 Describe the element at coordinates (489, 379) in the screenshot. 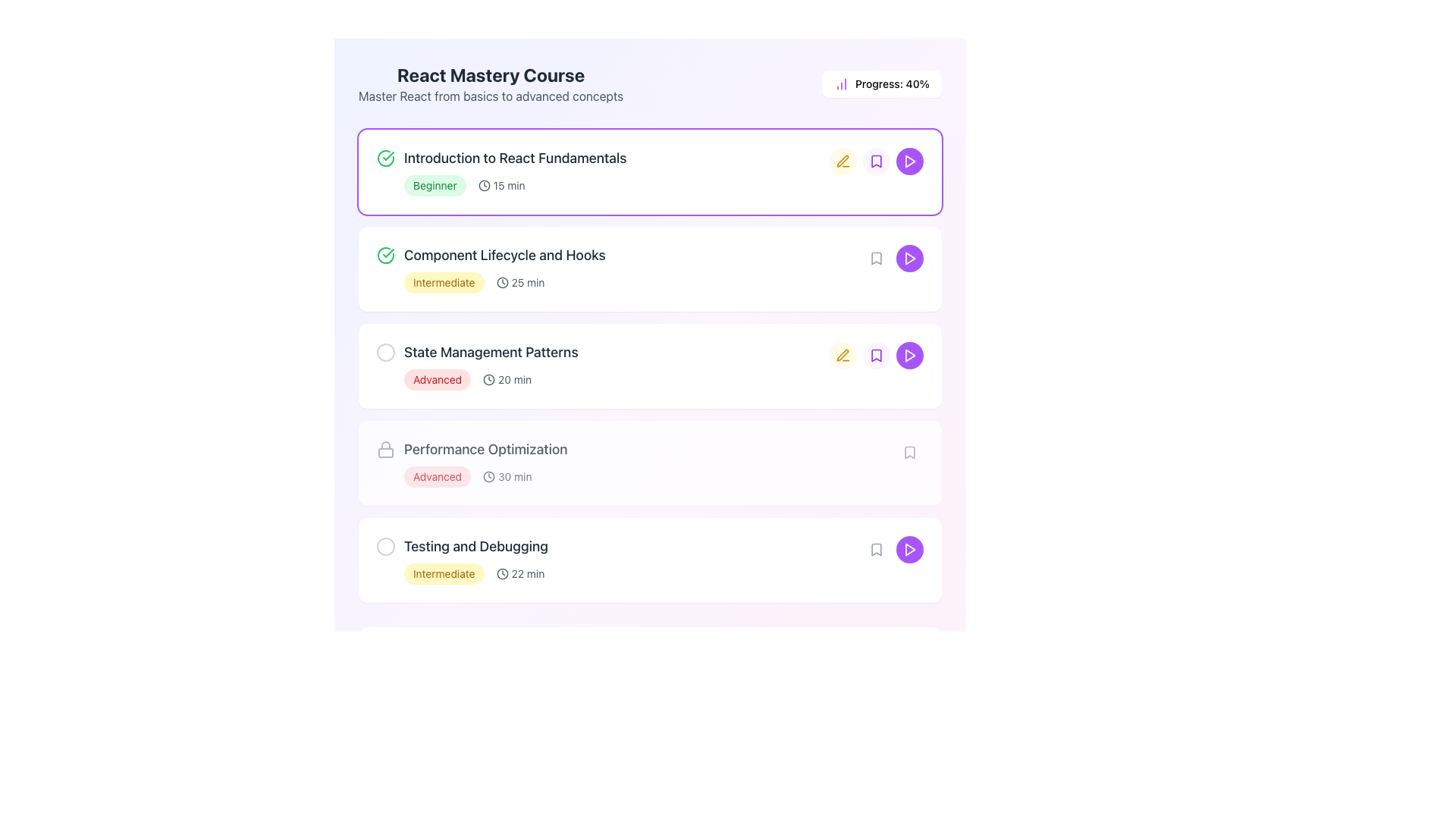

I see `the clock icon located to the left of the '20 min' text in the third row of the course list titled 'State Management Patterns'` at that location.